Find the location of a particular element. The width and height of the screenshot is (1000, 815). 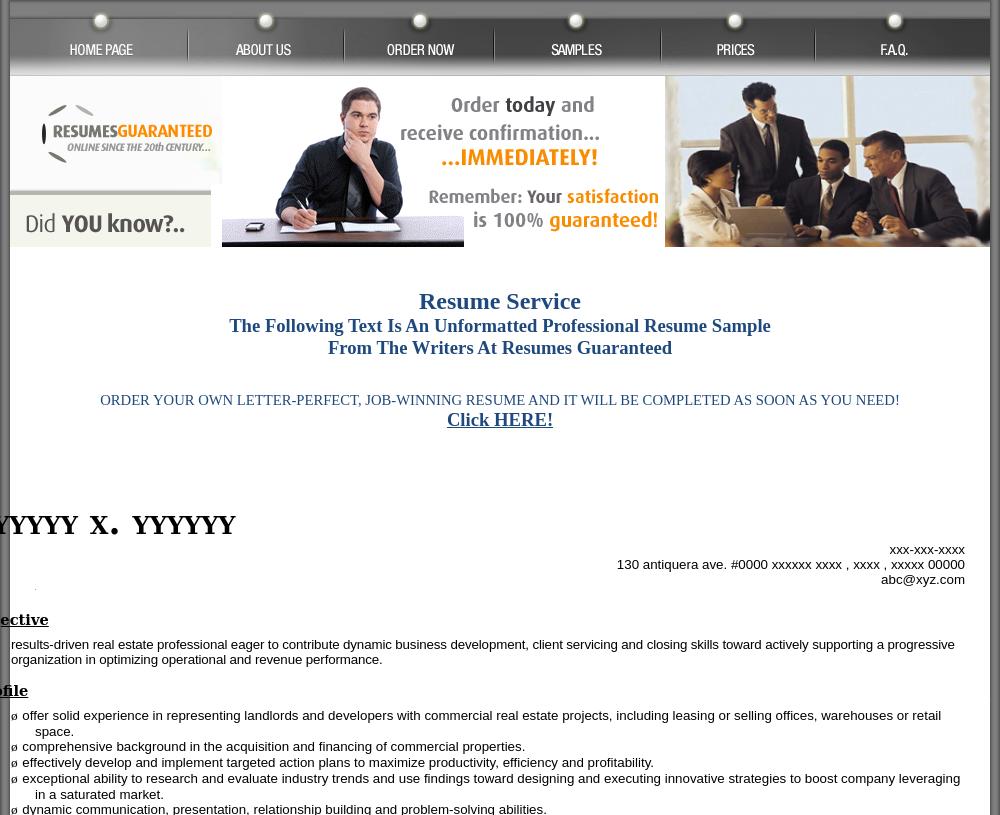

'130 antiquera ave. #0000
xxxxxx xxxx , xxxx , xxxxx 00000' is located at coordinates (790, 563).